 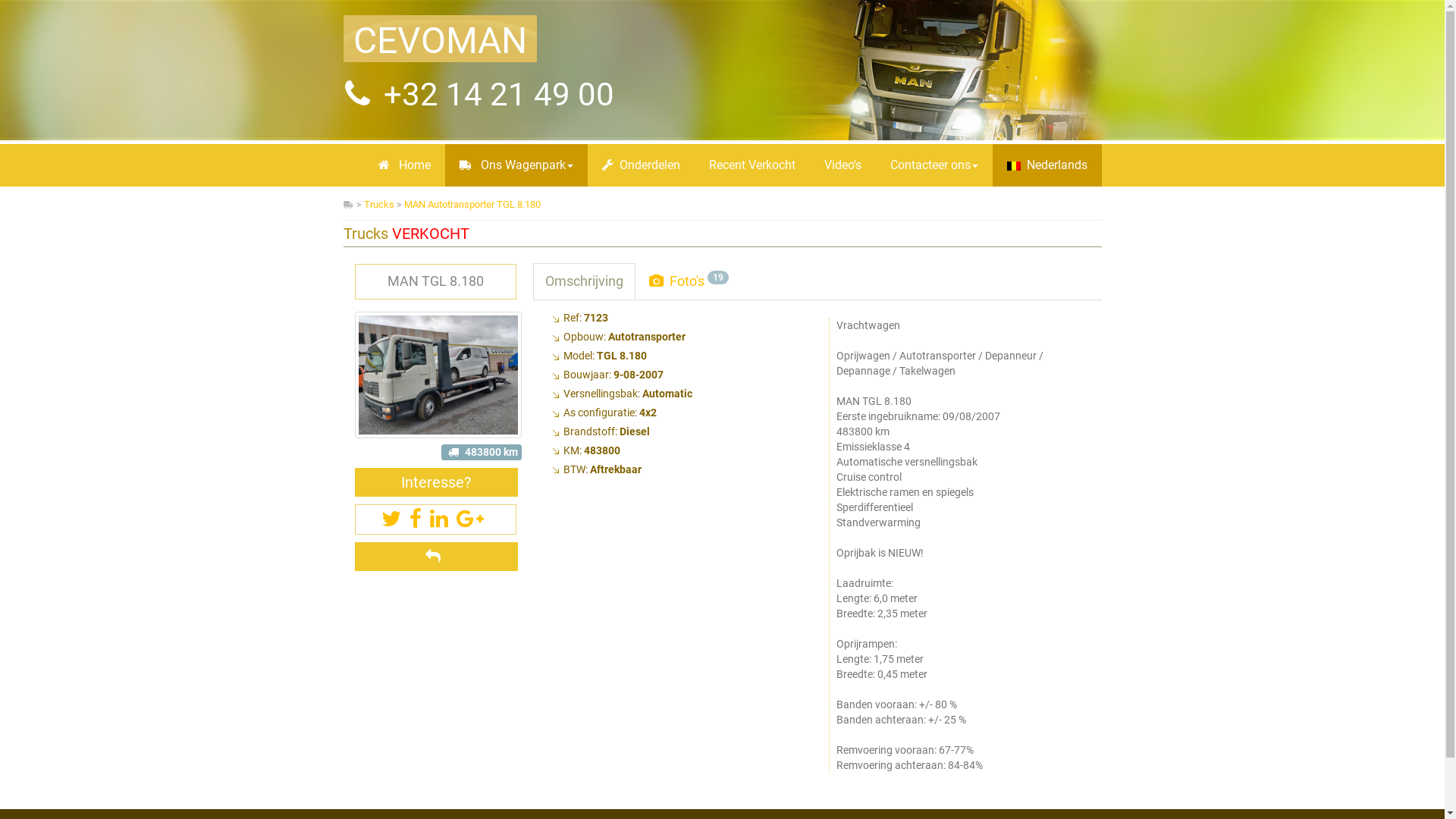 I want to click on 'Nederlands', so click(x=1046, y=165).